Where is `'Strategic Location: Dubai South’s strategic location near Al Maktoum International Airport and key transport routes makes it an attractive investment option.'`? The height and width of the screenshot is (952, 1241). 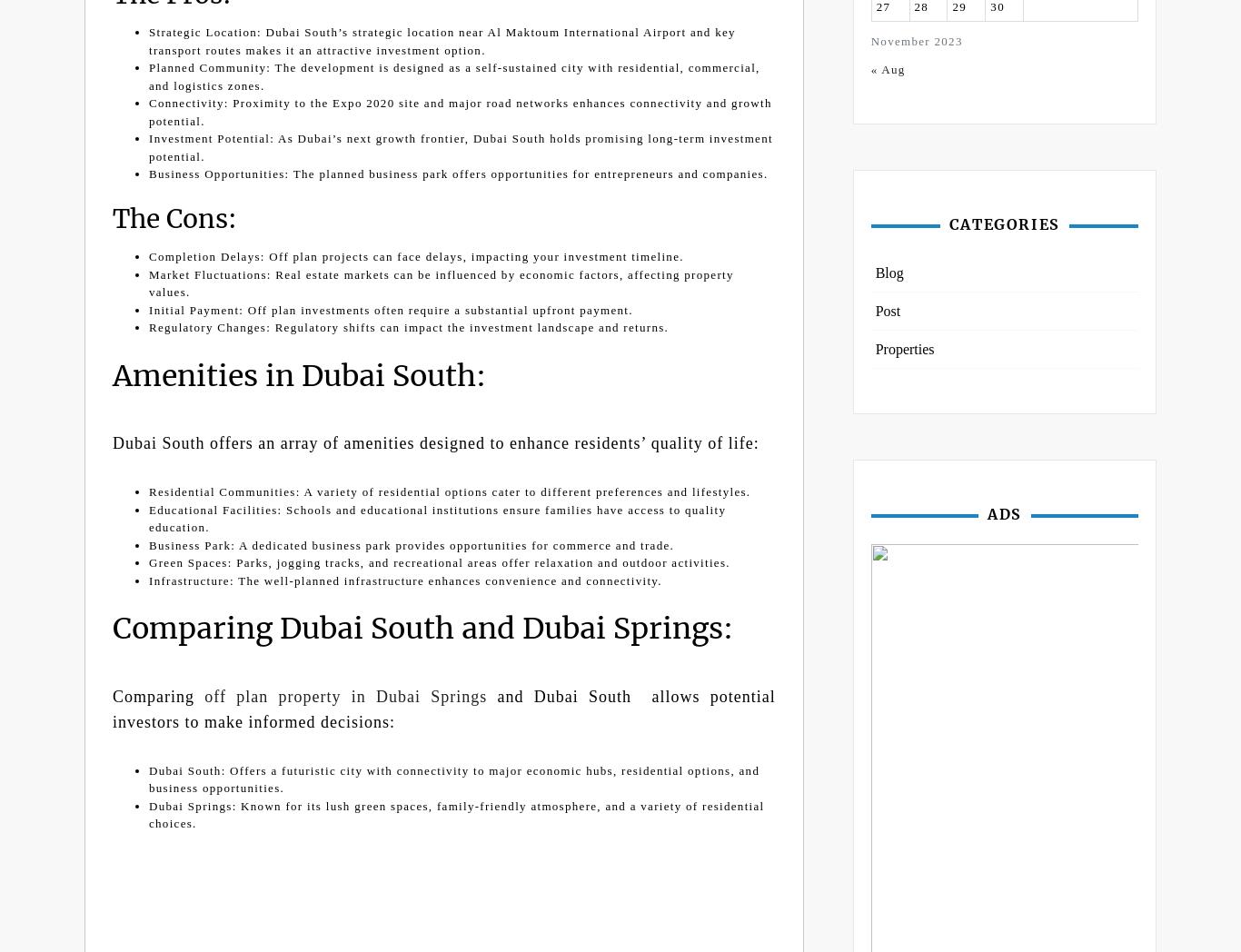 'Strategic Location: Dubai South’s strategic location near Al Maktoum International Airport and key transport routes makes it an attractive investment option.' is located at coordinates (148, 39).